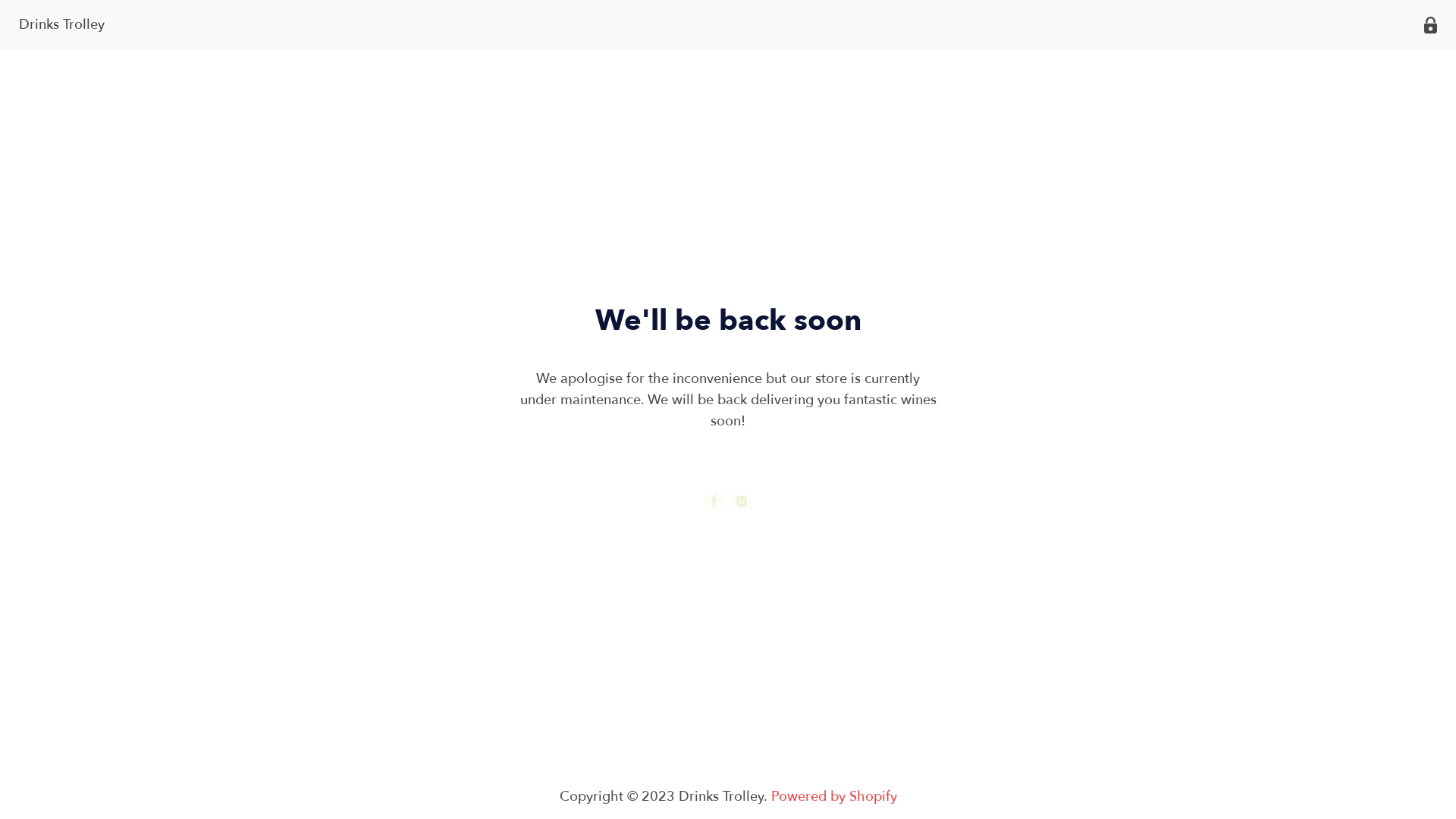  I want to click on 'Find us on Instagram', so click(742, 500).